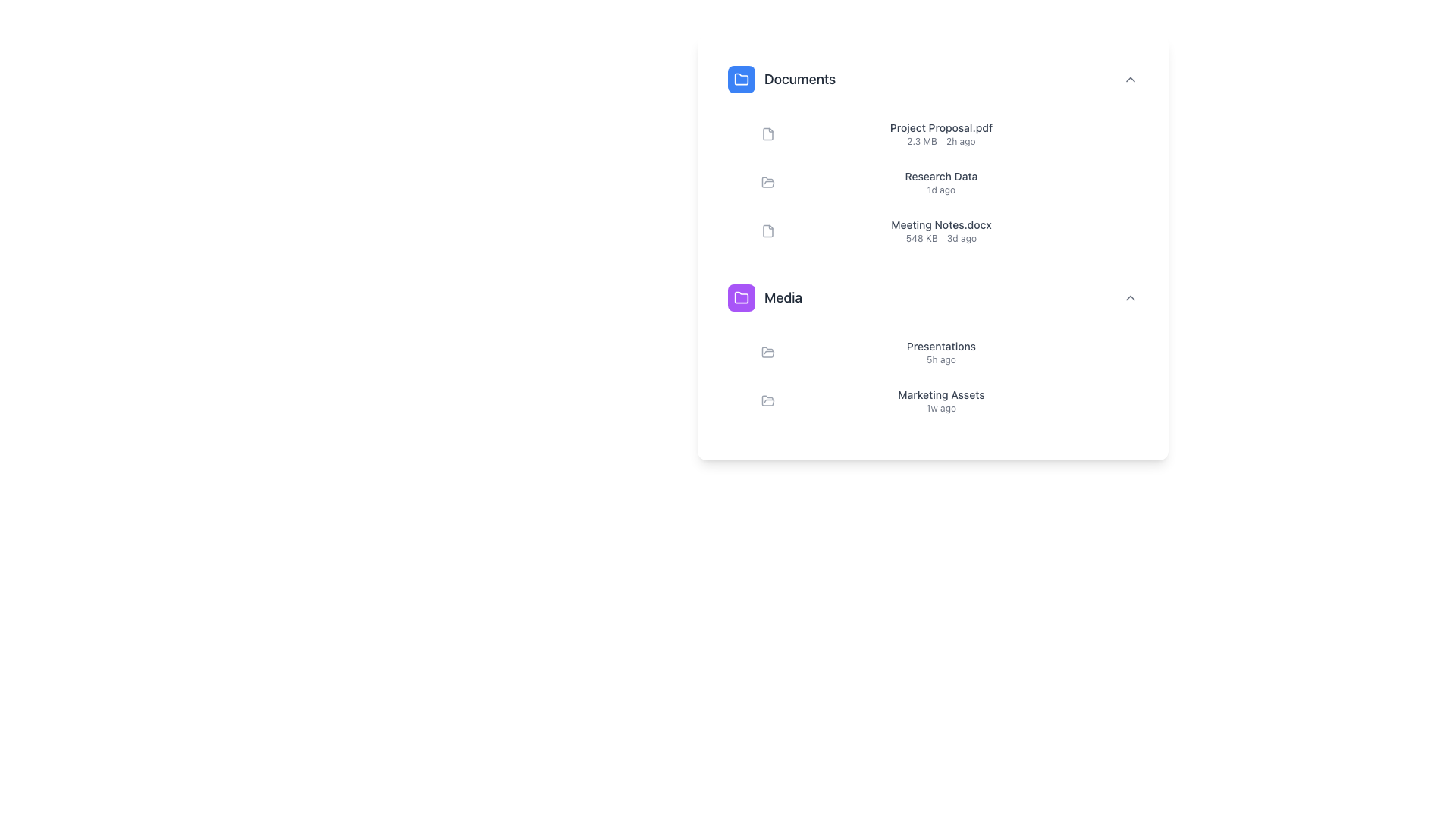  What do you see at coordinates (940, 225) in the screenshot?
I see `the 'Meeting Notes.docx' file label` at bounding box center [940, 225].